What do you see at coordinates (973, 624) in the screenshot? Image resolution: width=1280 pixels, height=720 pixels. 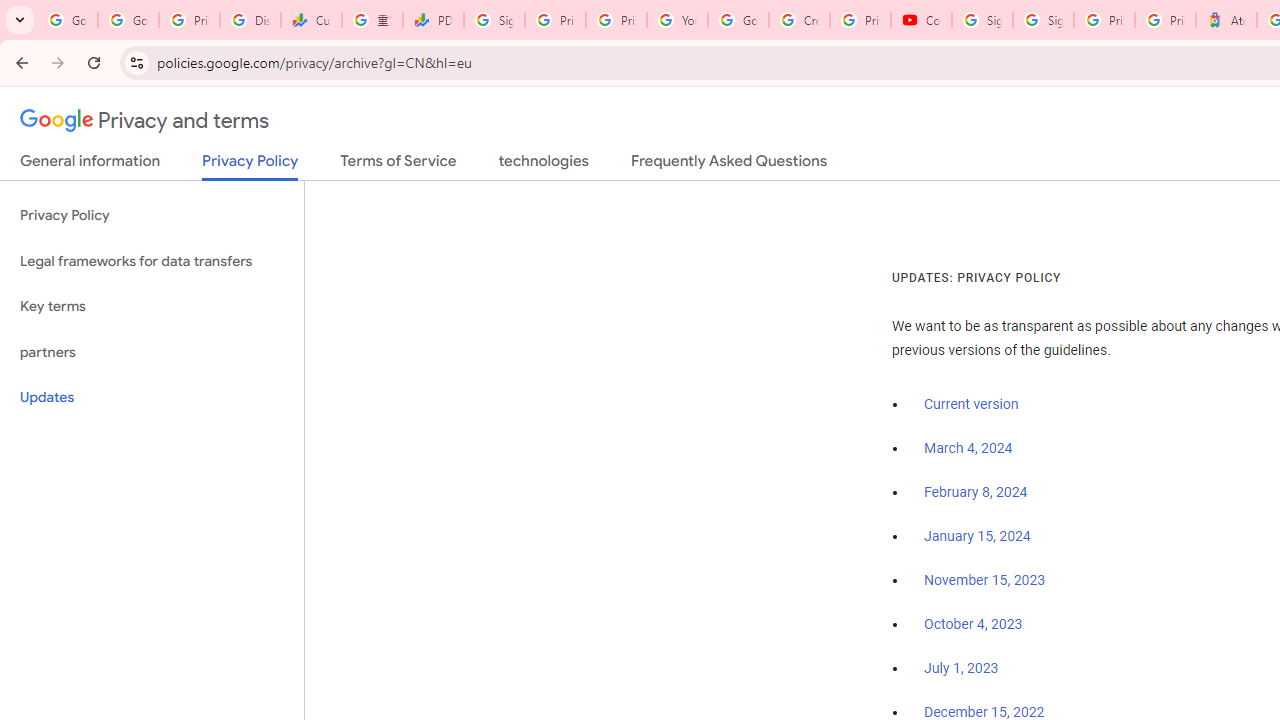 I see `'October 4, 2023'` at bounding box center [973, 624].